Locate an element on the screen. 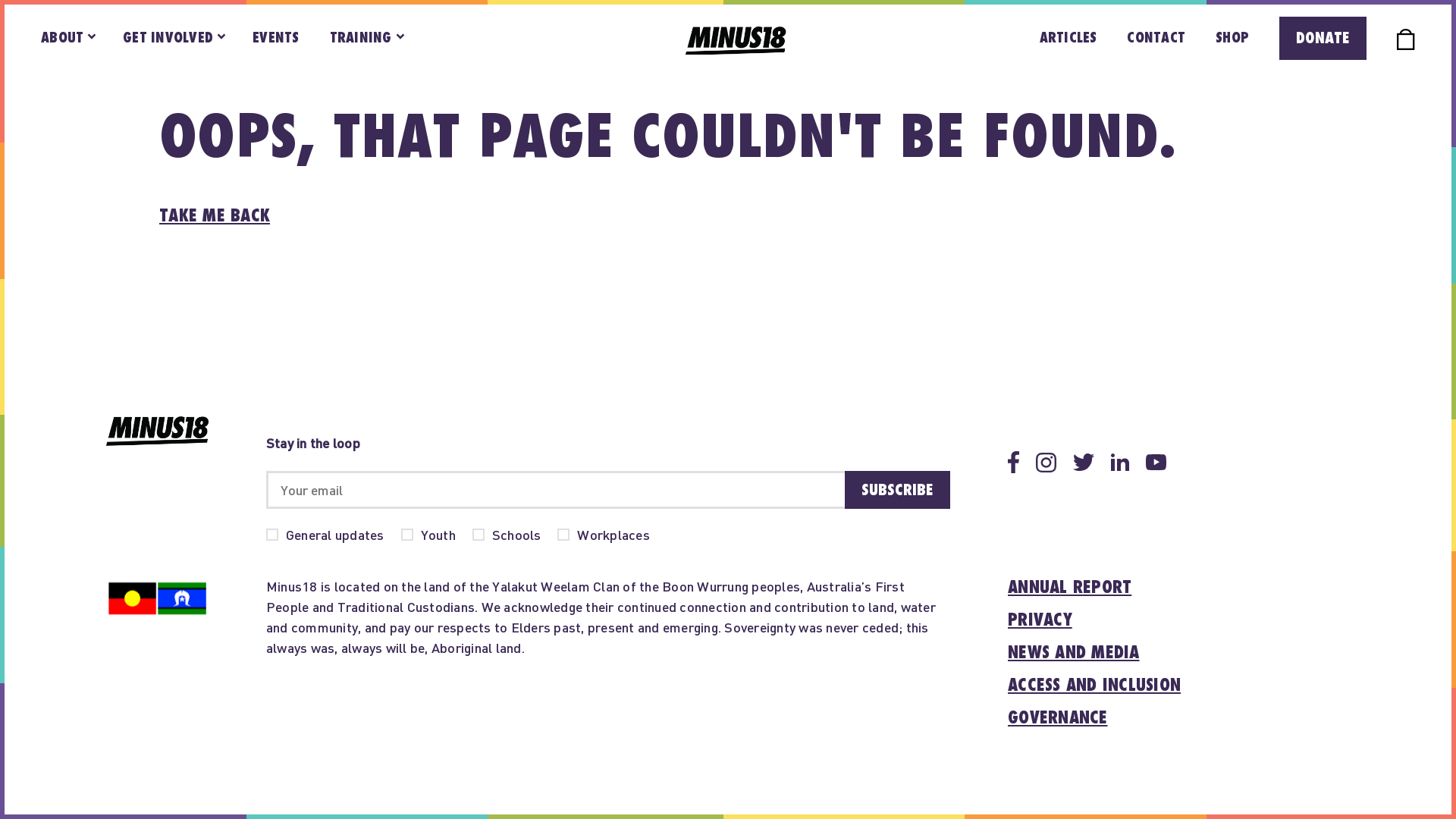 This screenshot has height=819, width=1456. 'EVENTS' is located at coordinates (276, 37).